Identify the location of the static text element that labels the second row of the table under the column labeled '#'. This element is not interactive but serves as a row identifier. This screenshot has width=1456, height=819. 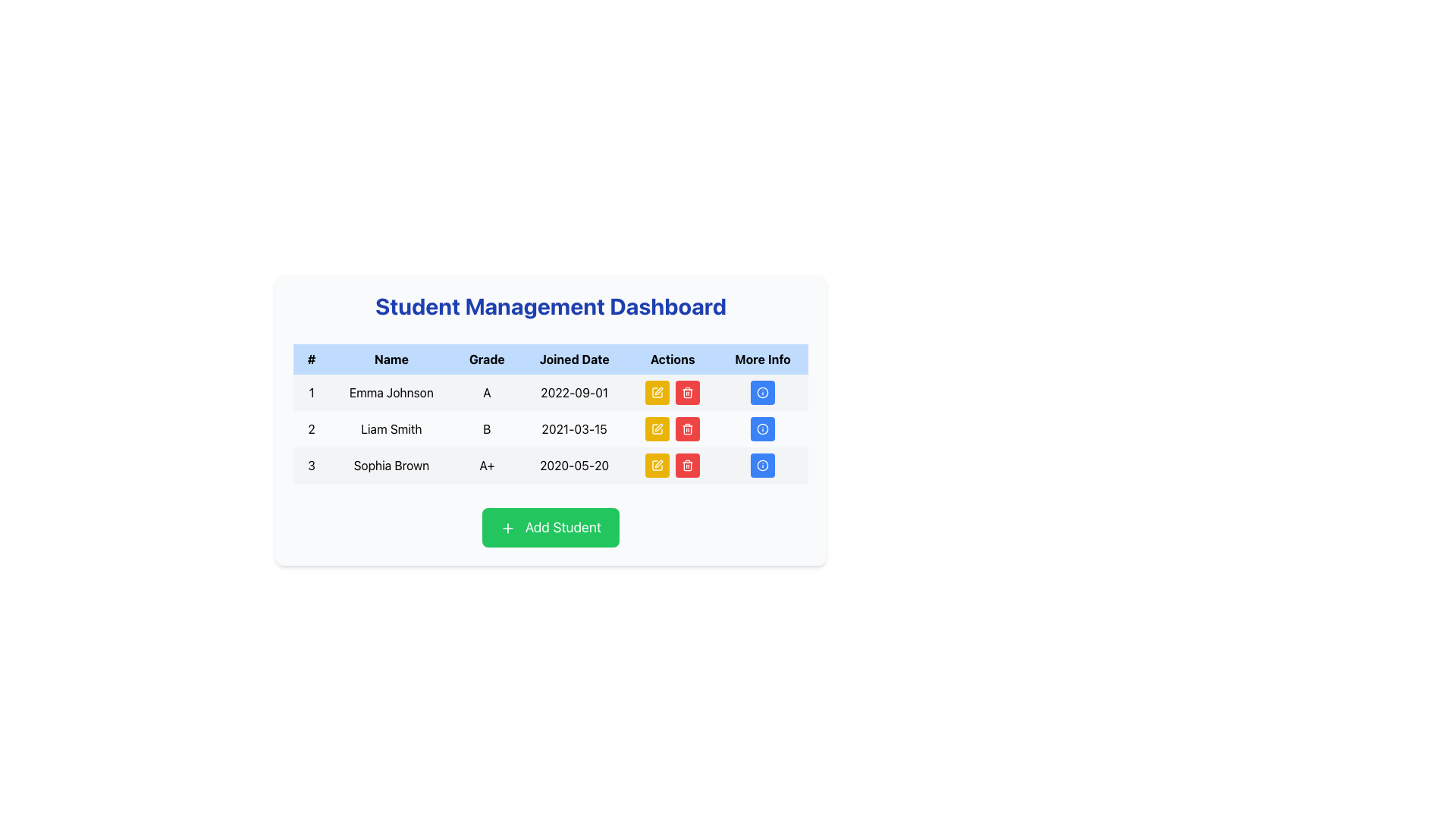
(311, 429).